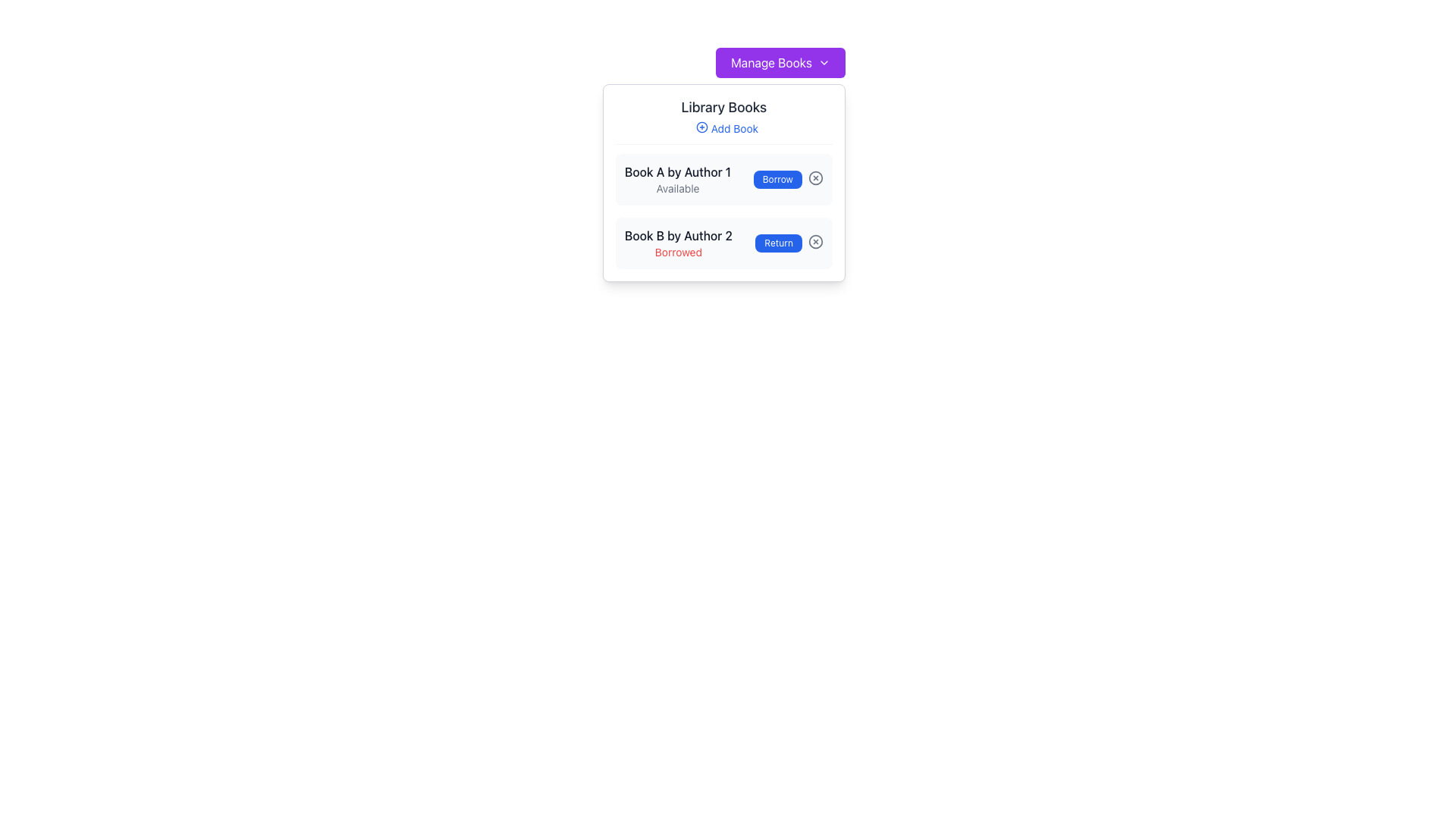 This screenshot has width=1456, height=819. What do you see at coordinates (779, 242) in the screenshot?
I see `the return button associated with 'Book B by Author 2'` at bounding box center [779, 242].